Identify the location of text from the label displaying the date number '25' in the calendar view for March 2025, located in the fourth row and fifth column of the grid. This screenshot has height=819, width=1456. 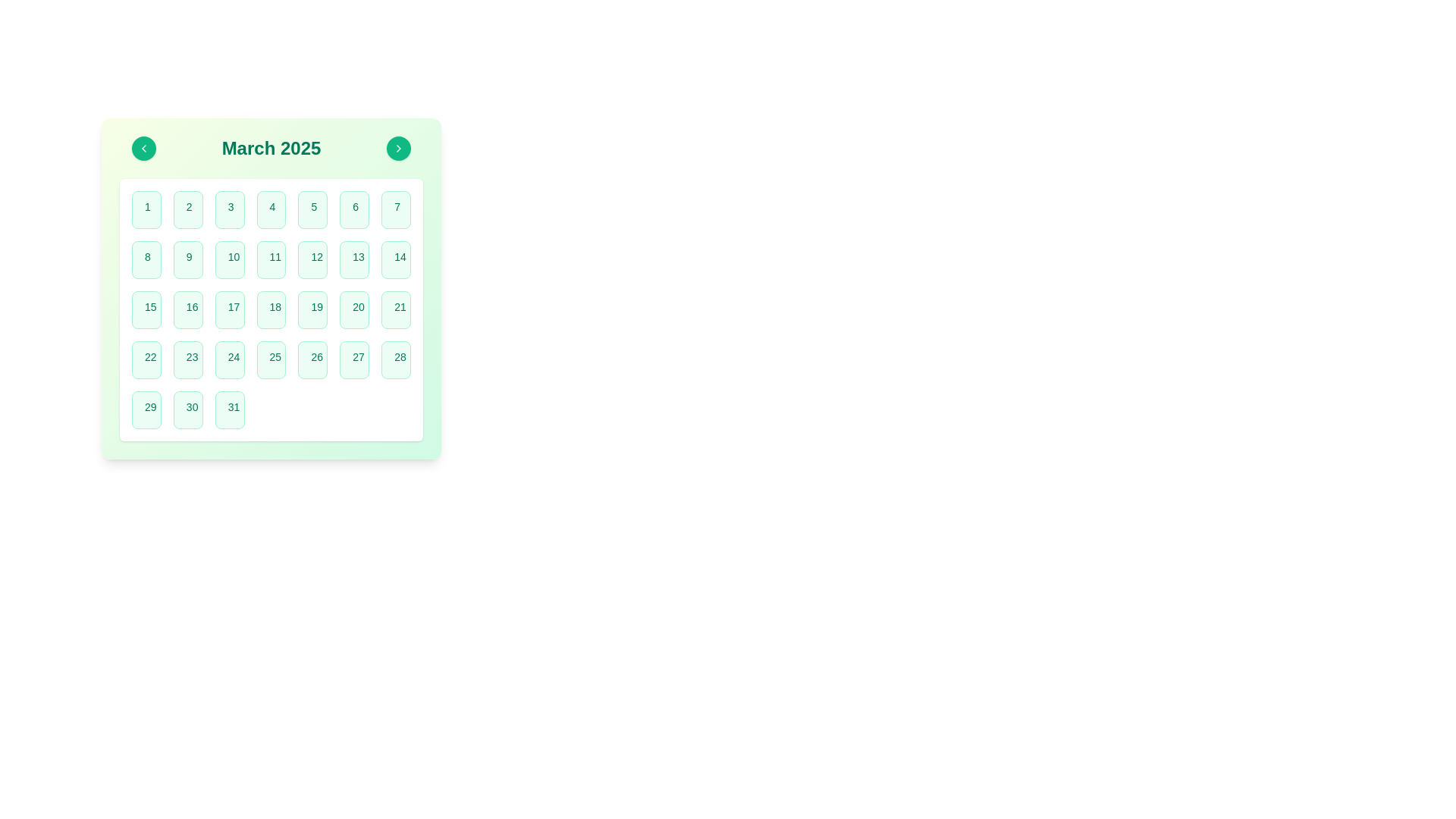
(275, 356).